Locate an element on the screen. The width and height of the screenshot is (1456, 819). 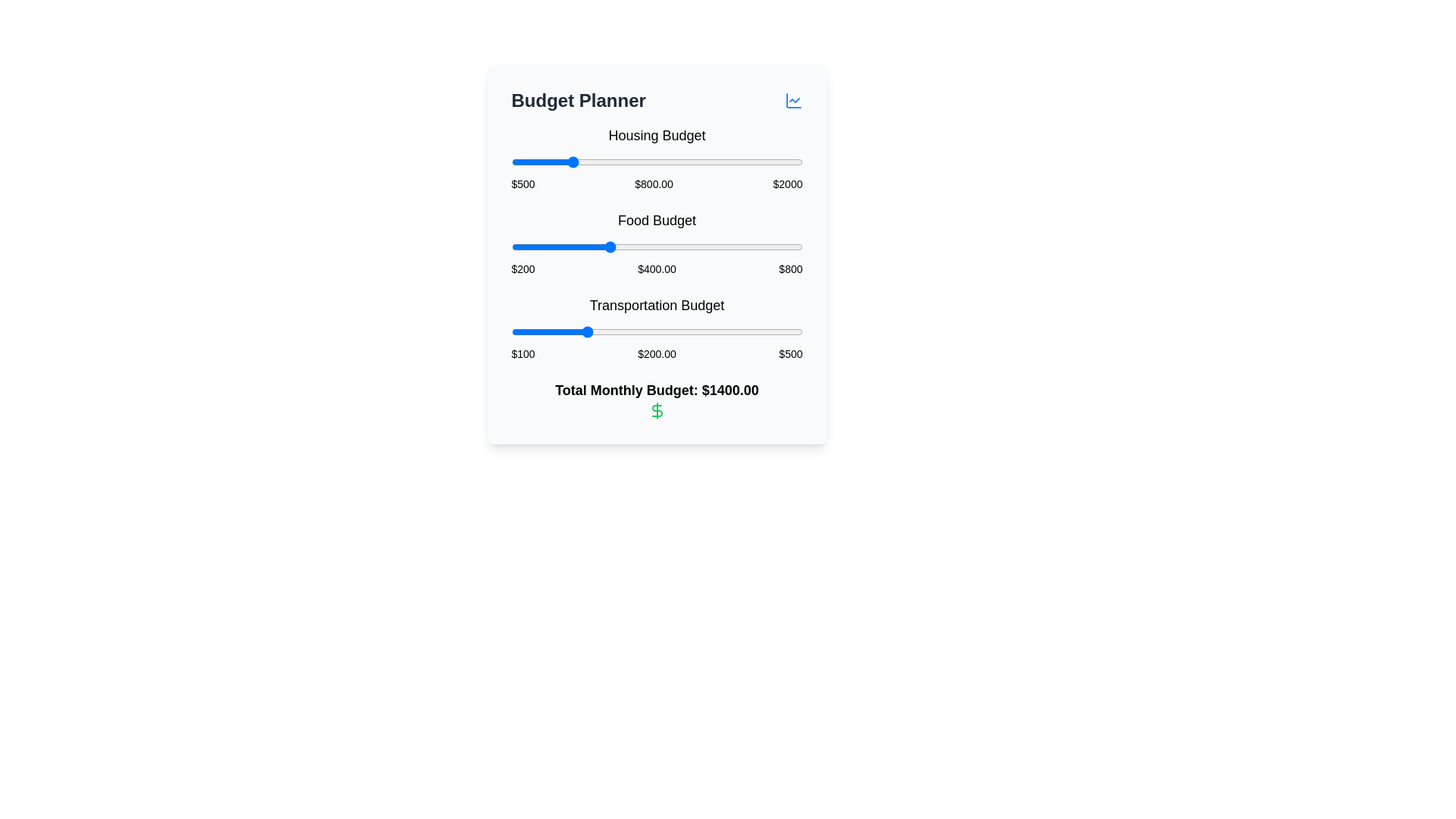
the transportation budget is located at coordinates (689, 331).